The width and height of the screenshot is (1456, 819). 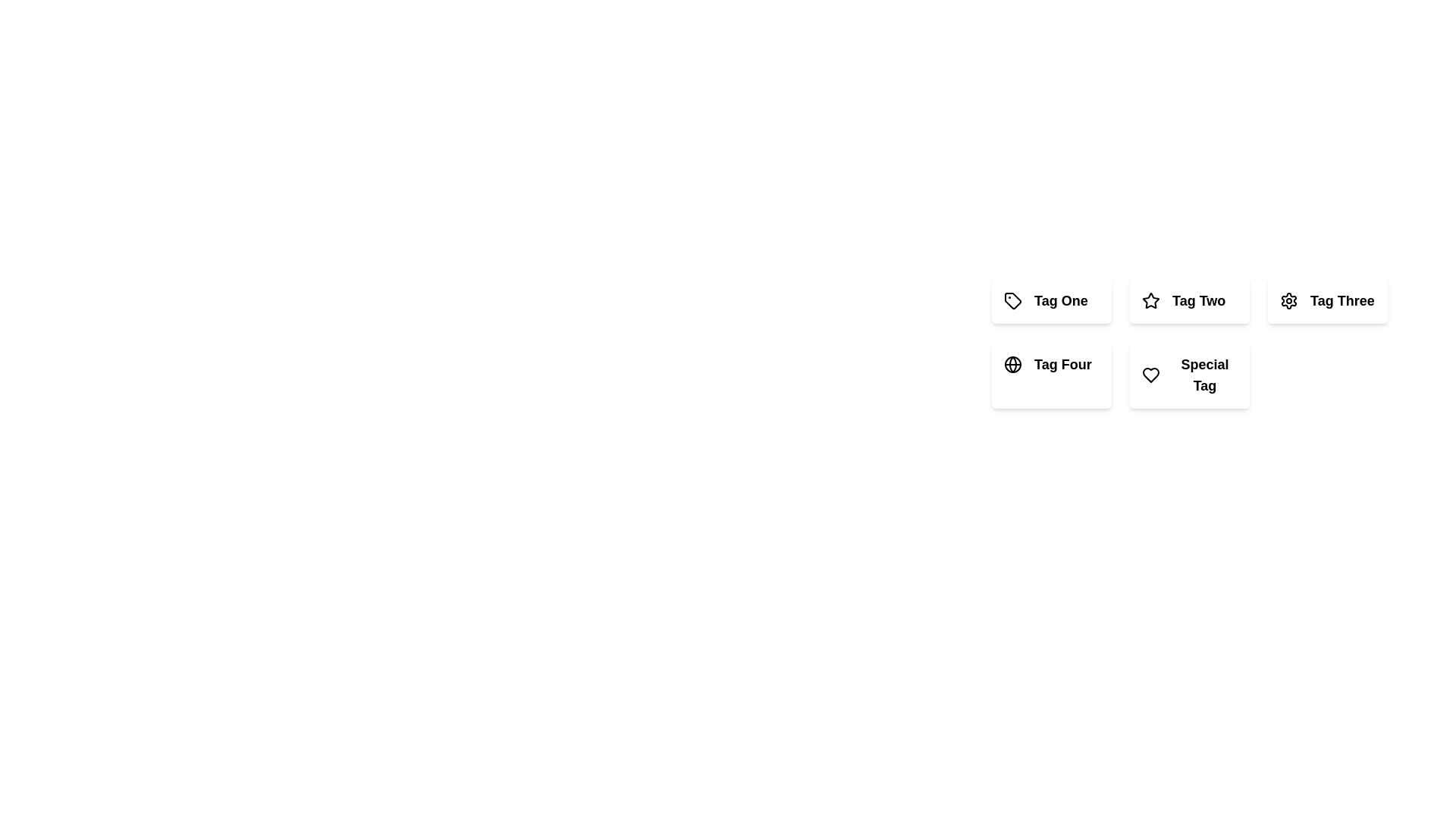 I want to click on the 'Special Tag' button located at the bottom right of the grid, positioned below 'Tag Two' and next to 'Tag Four', so click(x=1189, y=375).